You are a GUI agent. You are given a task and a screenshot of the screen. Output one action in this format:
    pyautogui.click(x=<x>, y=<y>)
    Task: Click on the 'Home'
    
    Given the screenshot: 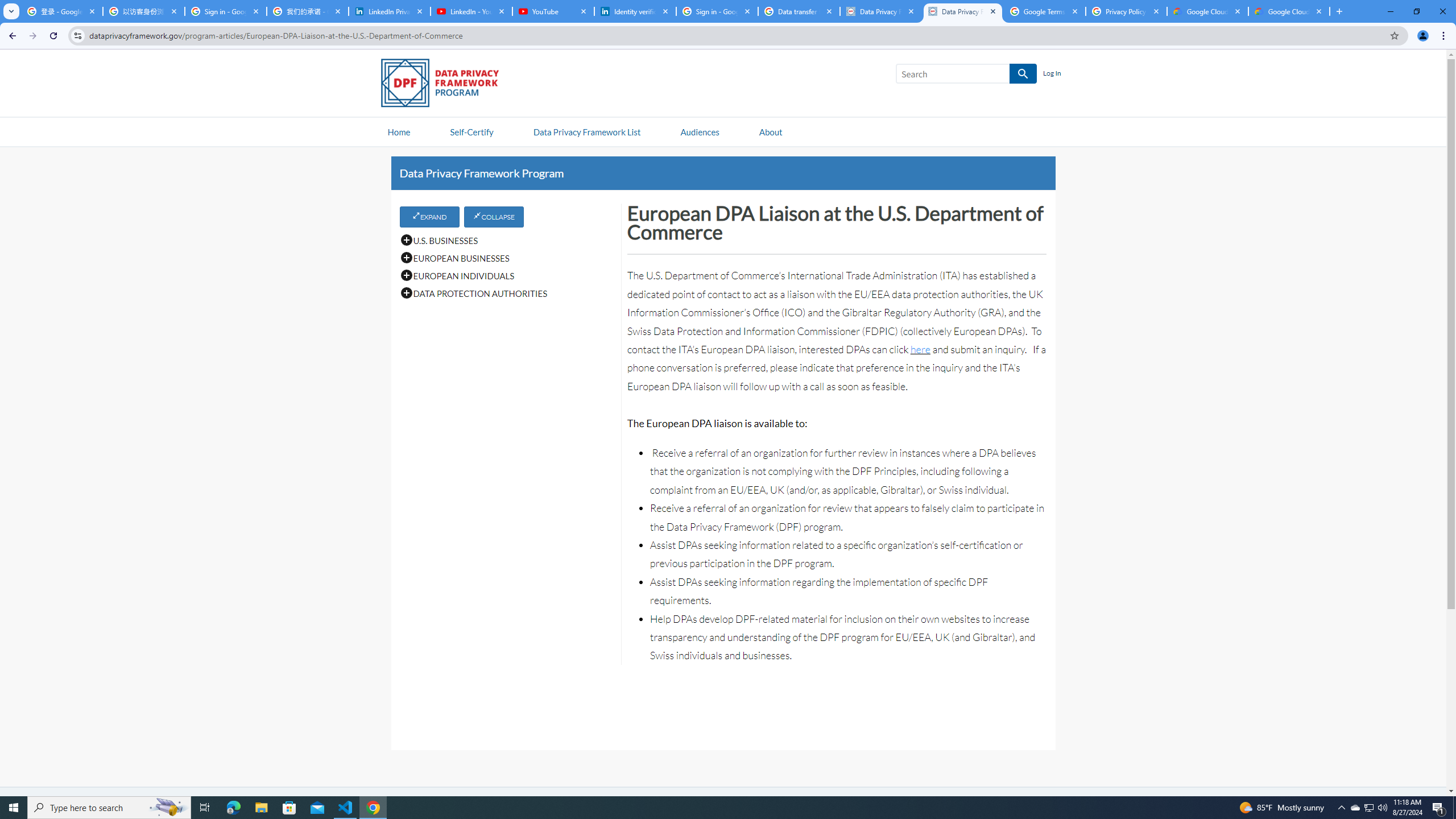 What is the action you would take?
    pyautogui.click(x=399, y=131)
    